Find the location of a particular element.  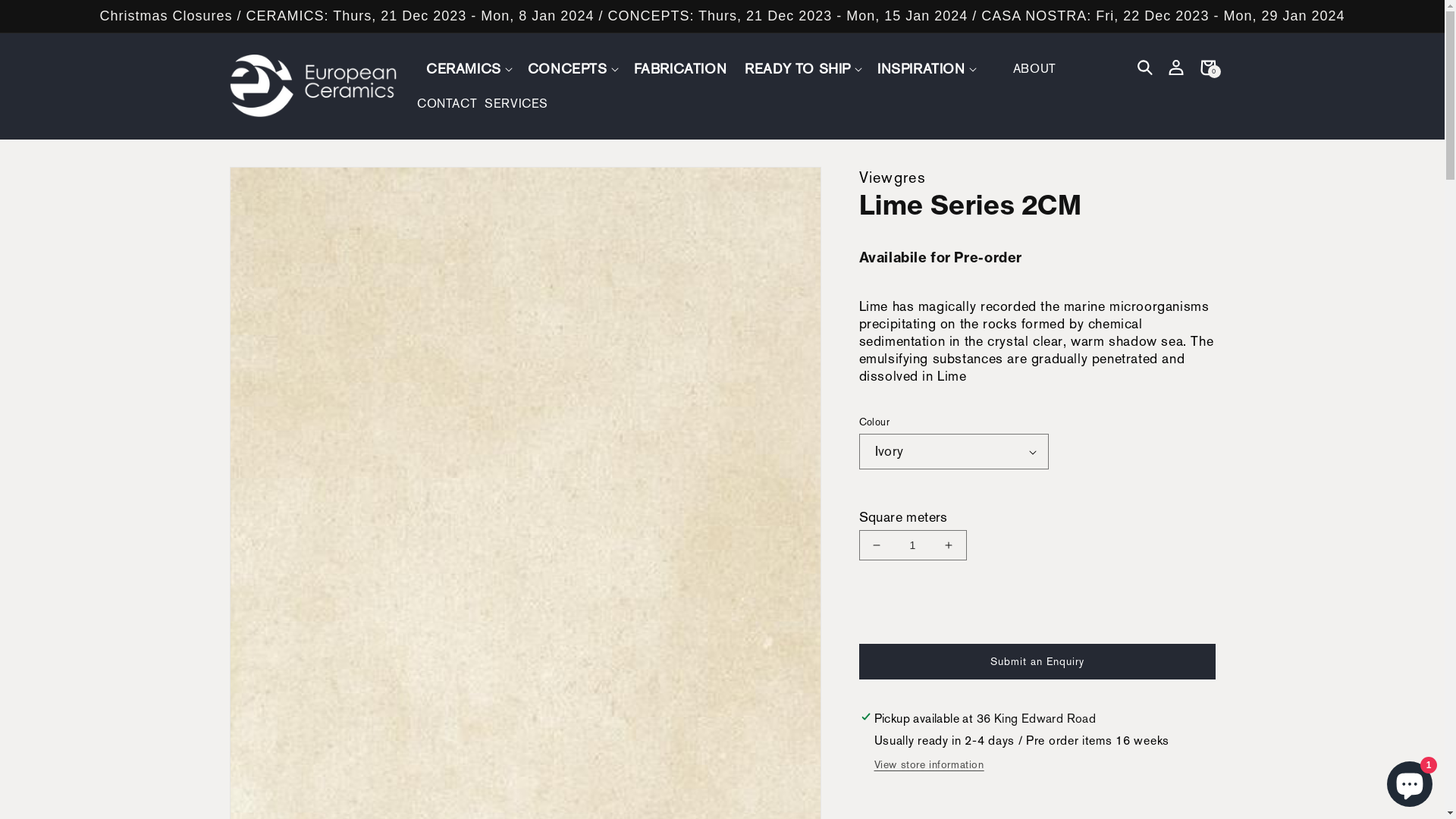

'FABRICATION' is located at coordinates (679, 68).